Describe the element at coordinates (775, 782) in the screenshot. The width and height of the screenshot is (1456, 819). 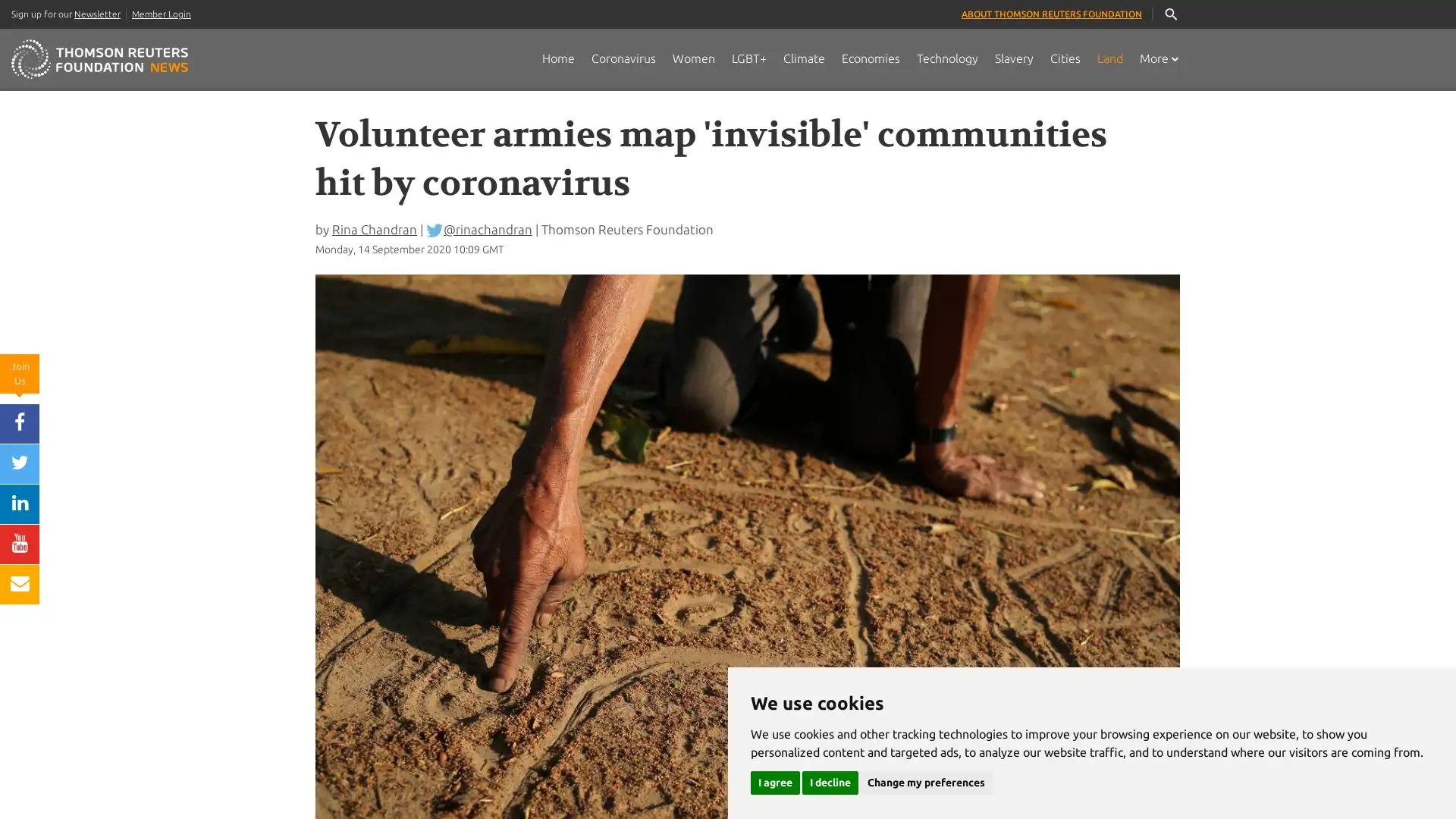
I see `I agree` at that location.